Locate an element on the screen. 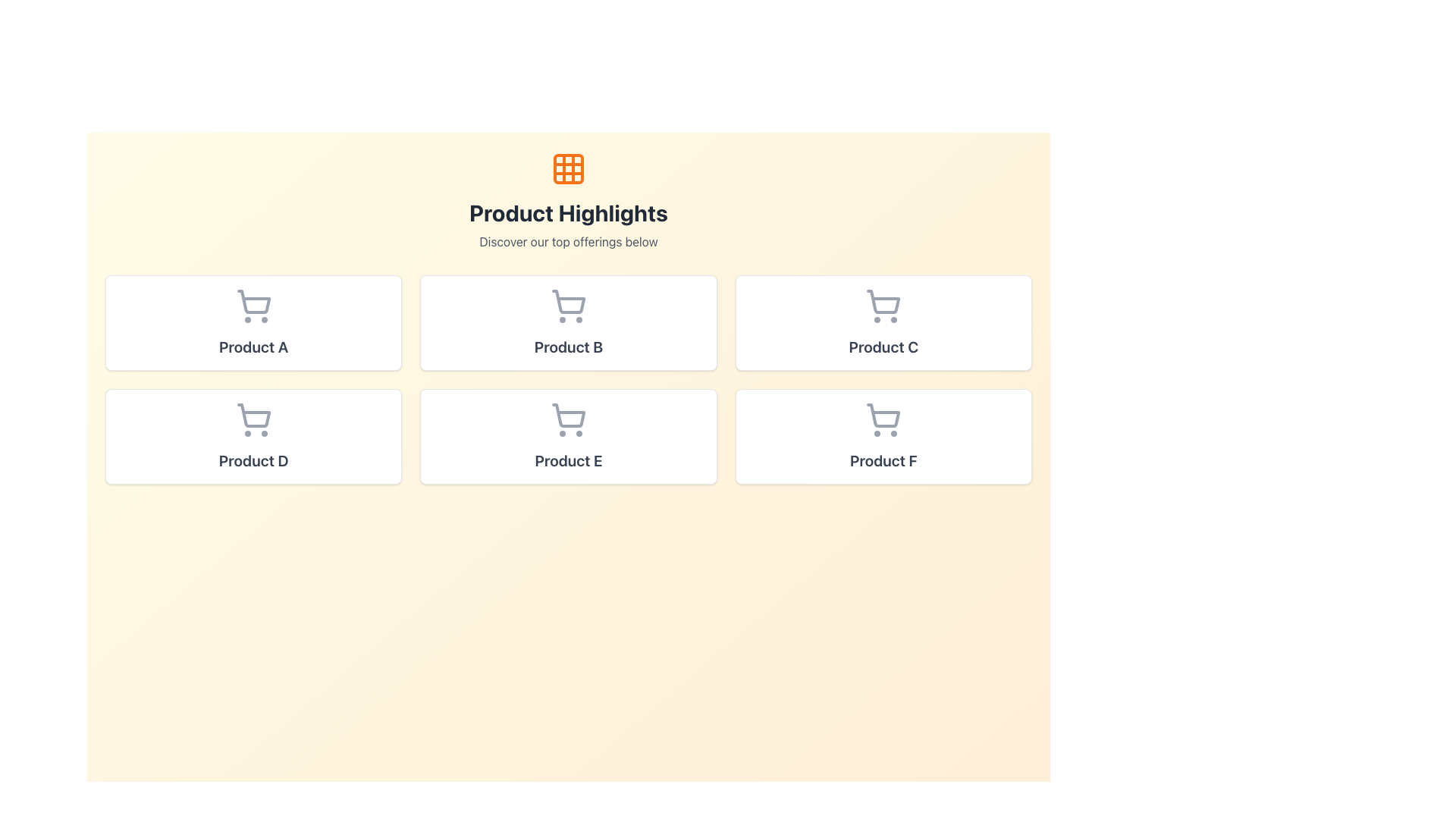 The width and height of the screenshot is (1456, 819). the 'Product A' card, which is the first item in a grid layout of six cards, located at the top left is located at coordinates (253, 322).